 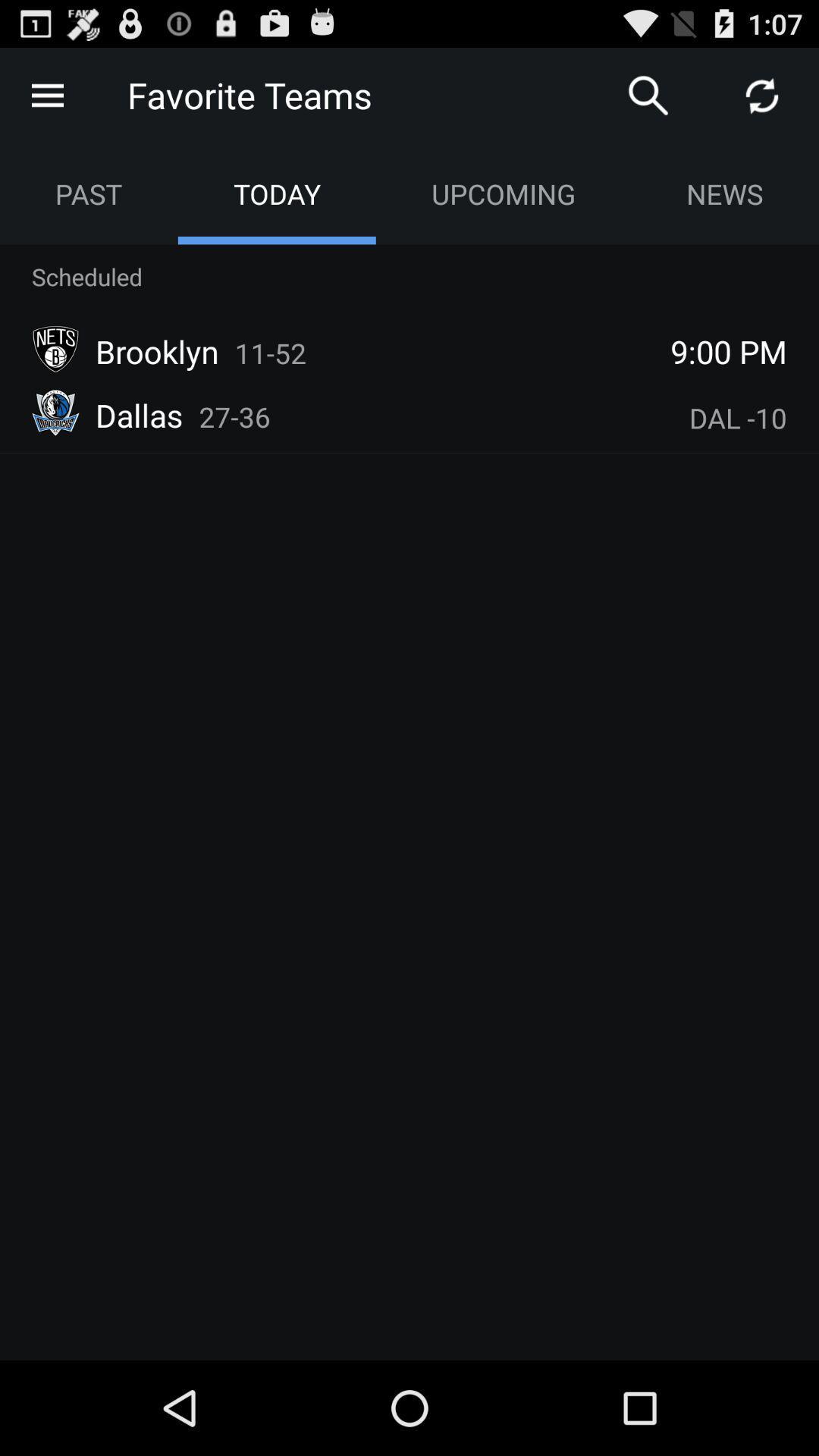 I want to click on the icon below the brooklyn icon, so click(x=234, y=416).